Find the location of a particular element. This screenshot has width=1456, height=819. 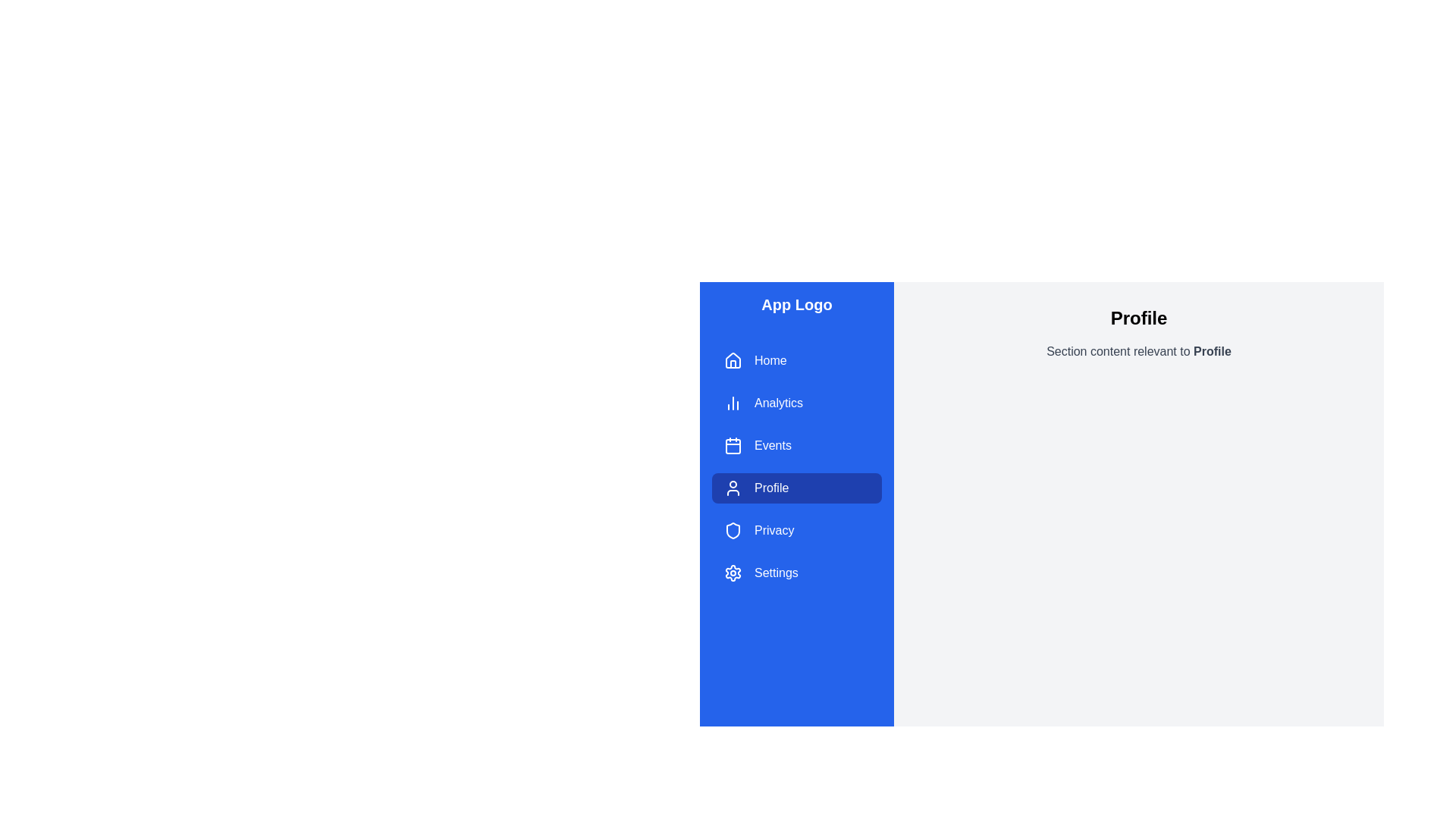

the 'Settings' icon located on the left vertical navigation bar, which serves as an indicator for settings-related actions is located at coordinates (733, 573).